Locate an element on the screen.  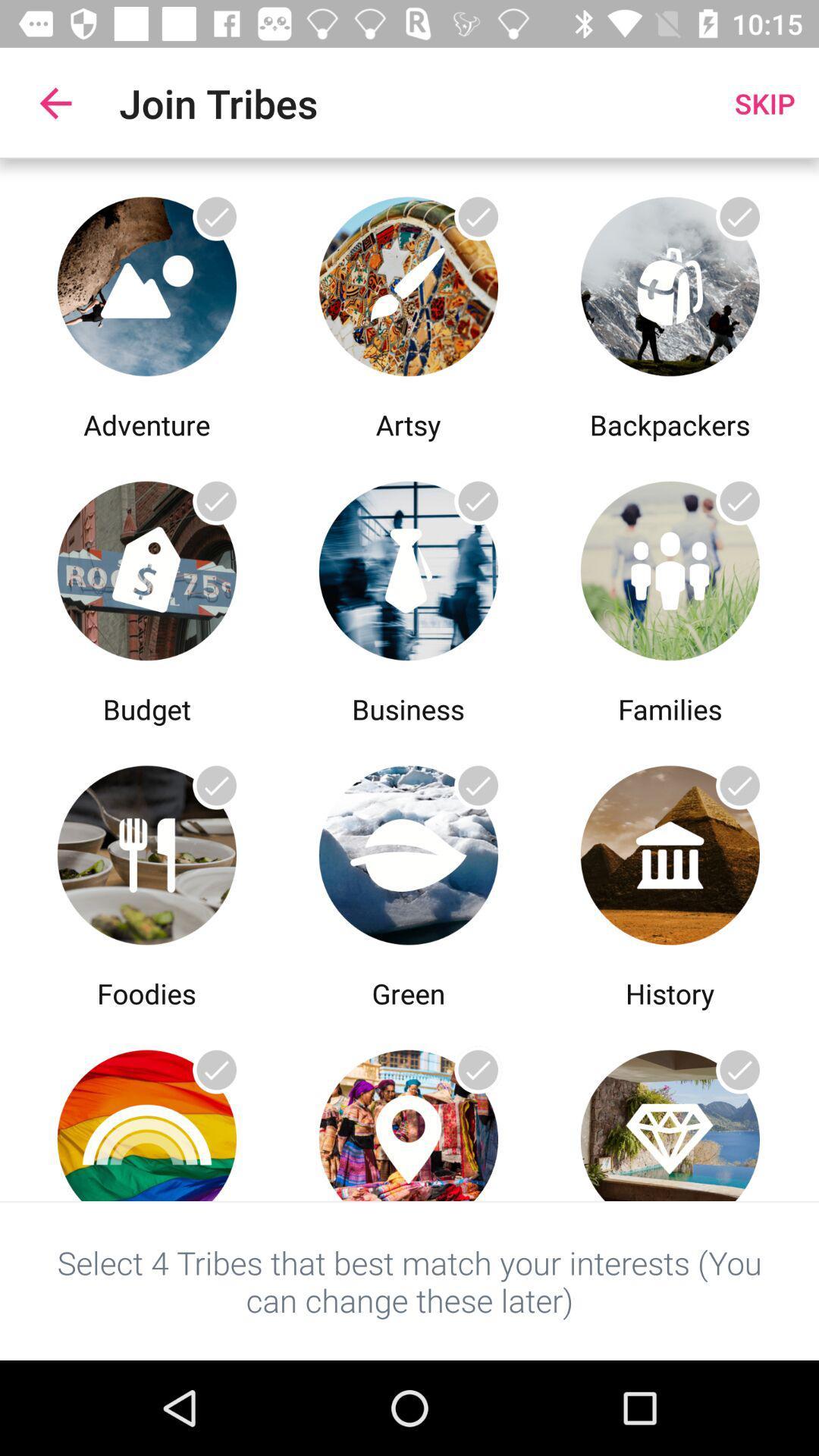
join budget tribe is located at coordinates (146, 566).